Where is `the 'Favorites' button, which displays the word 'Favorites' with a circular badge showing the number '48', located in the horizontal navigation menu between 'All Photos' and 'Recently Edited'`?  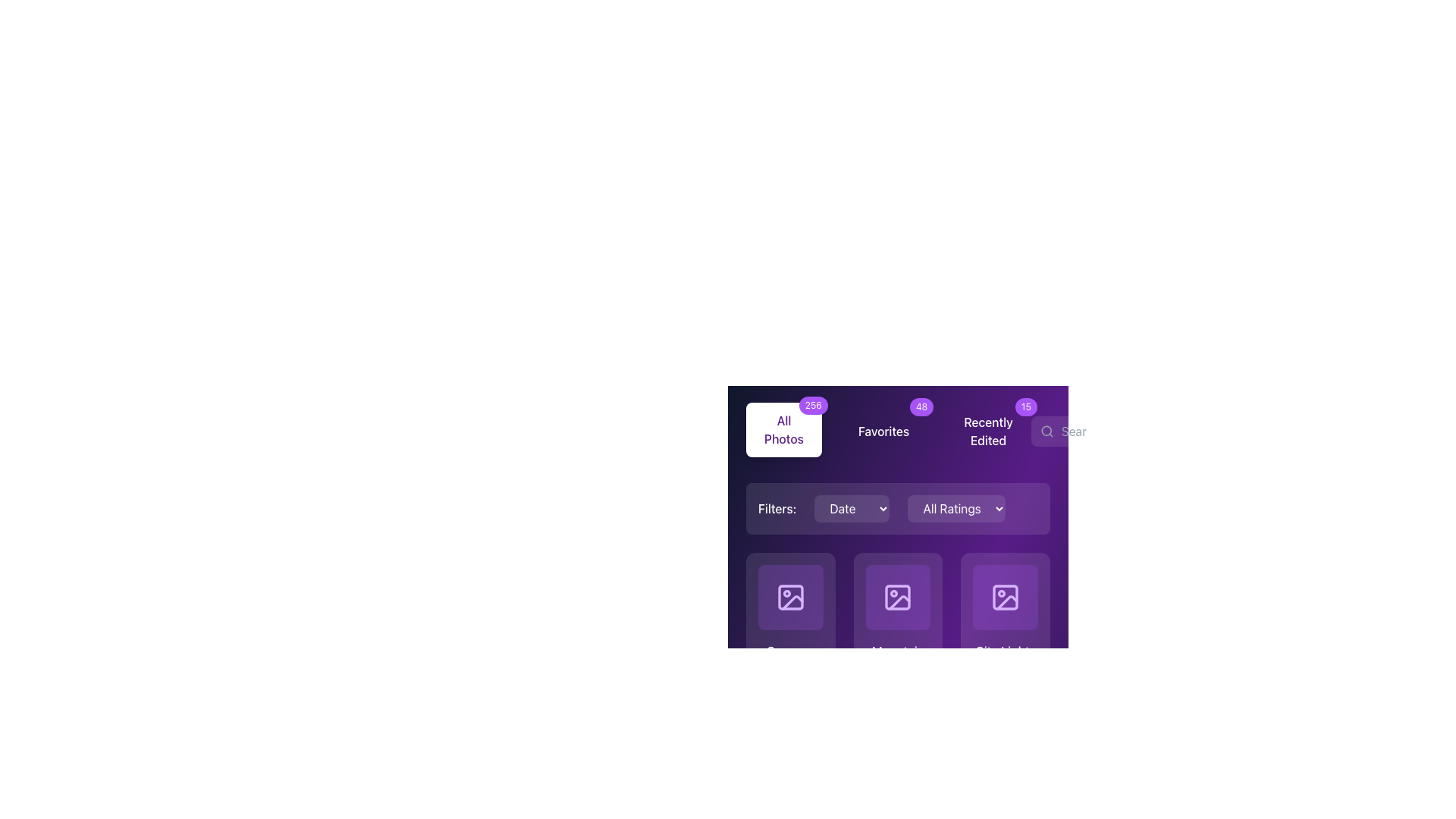
the 'Favorites' button, which displays the word 'Favorites' with a circular badge showing the number '48', located in the horizontal navigation menu between 'All Photos' and 'Recently Edited' is located at coordinates (898, 431).